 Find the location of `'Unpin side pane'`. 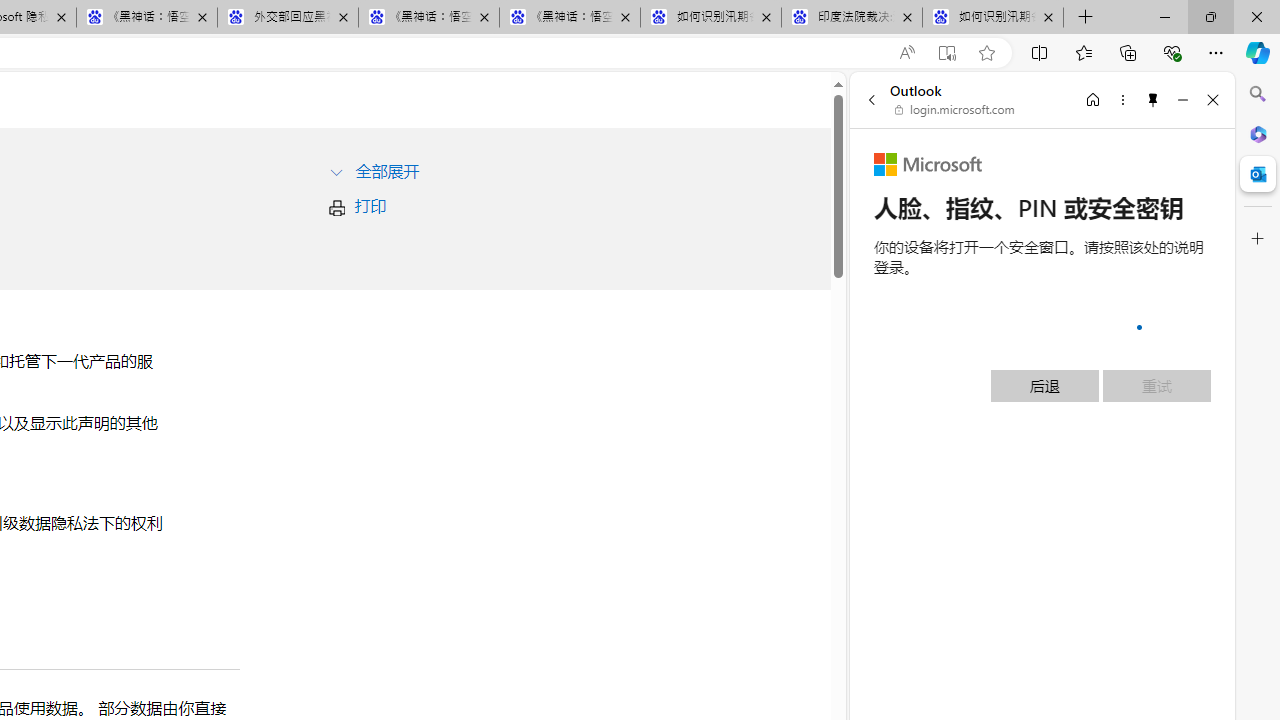

'Unpin side pane' is located at coordinates (1153, 99).